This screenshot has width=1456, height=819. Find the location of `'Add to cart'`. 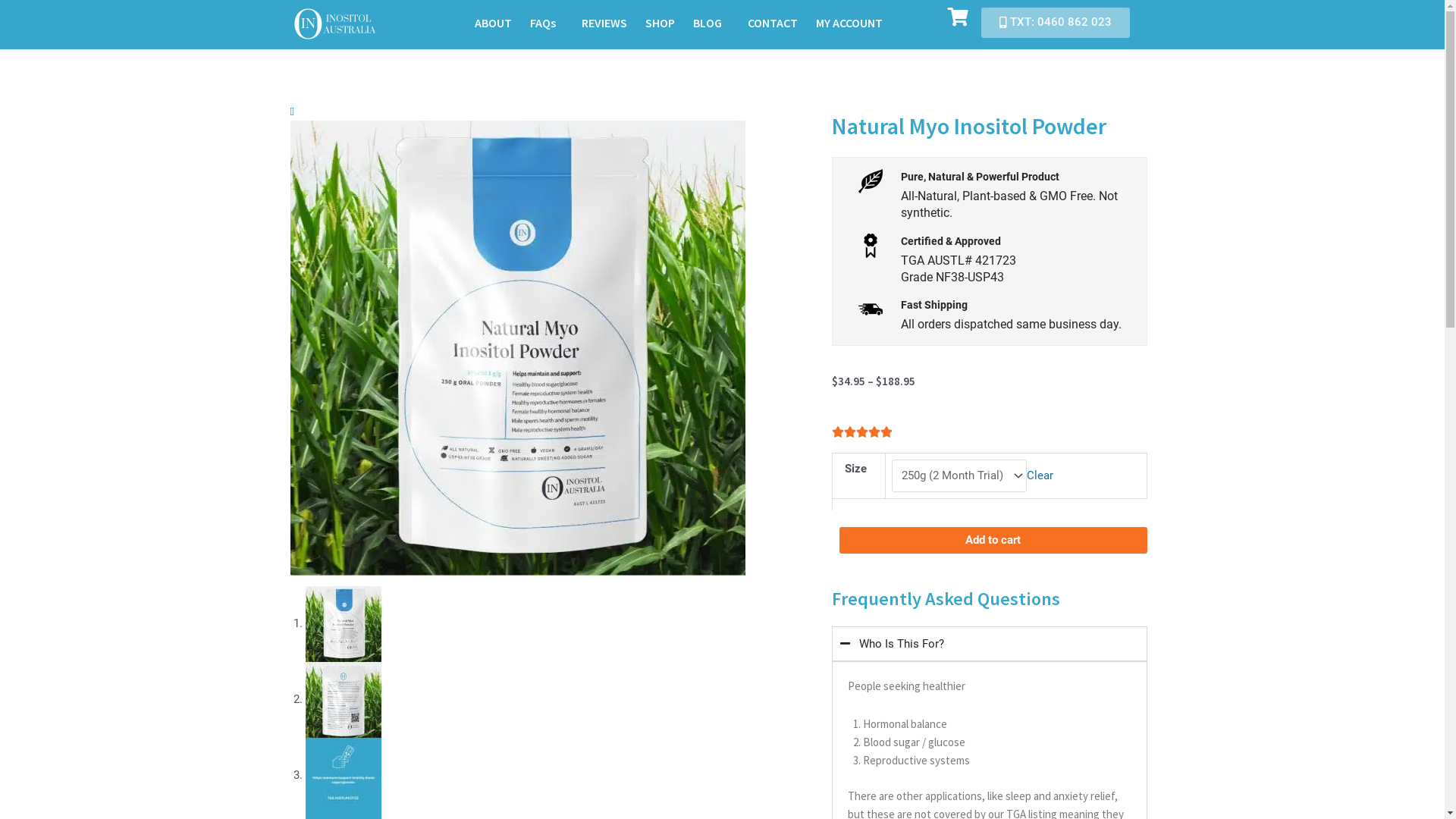

'Add to cart' is located at coordinates (993, 539).